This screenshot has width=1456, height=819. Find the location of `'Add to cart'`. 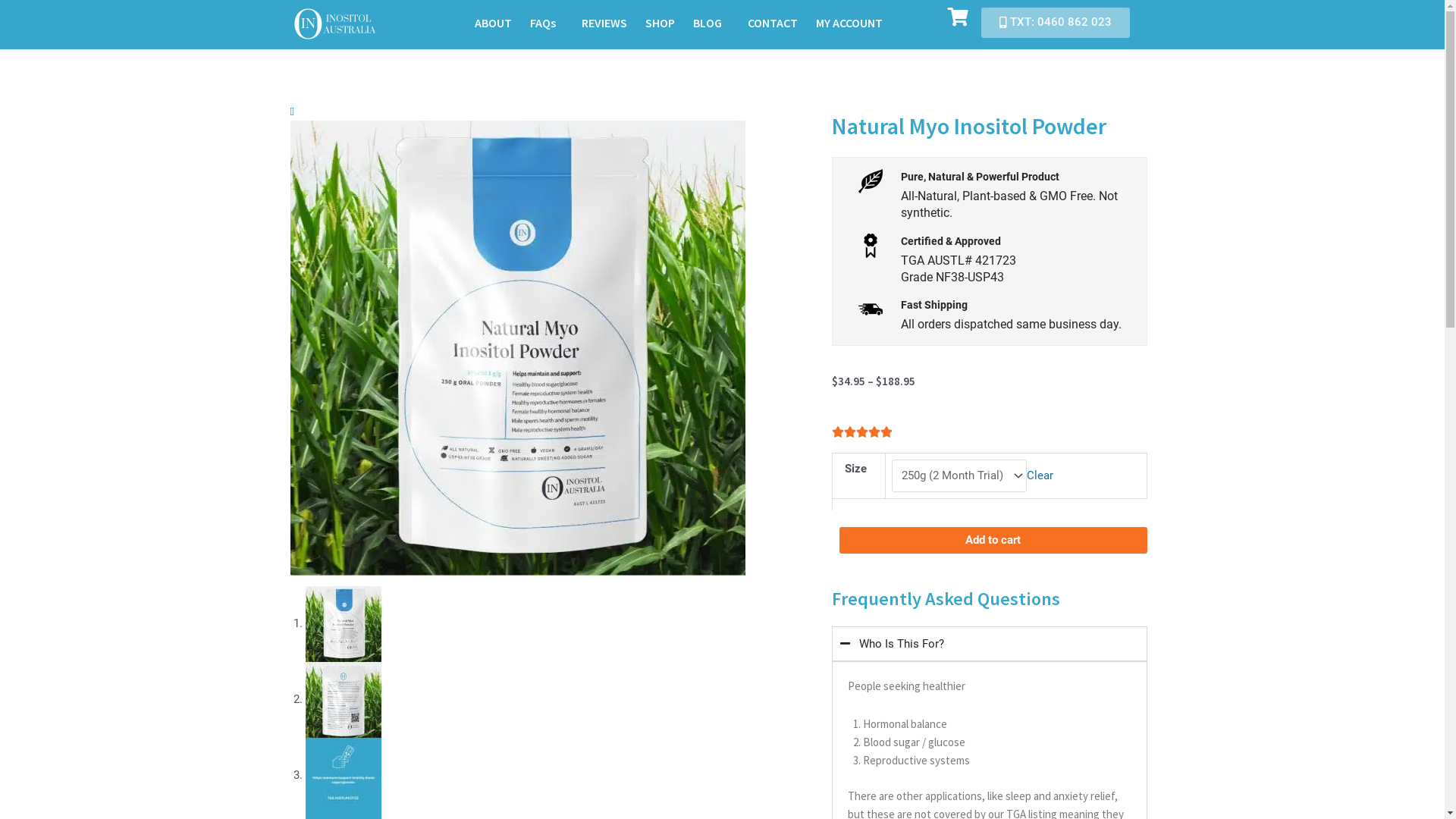

'Add to cart' is located at coordinates (993, 539).